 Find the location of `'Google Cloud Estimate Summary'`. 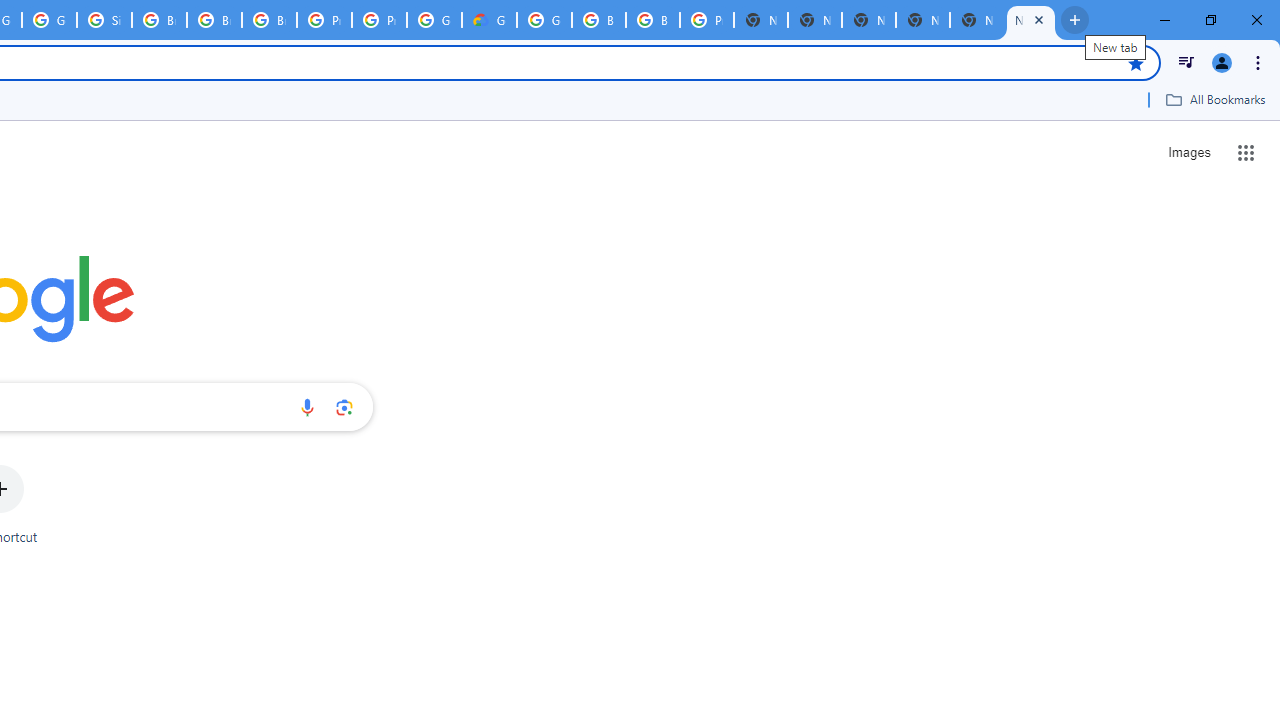

'Google Cloud Estimate Summary' is located at coordinates (489, 20).